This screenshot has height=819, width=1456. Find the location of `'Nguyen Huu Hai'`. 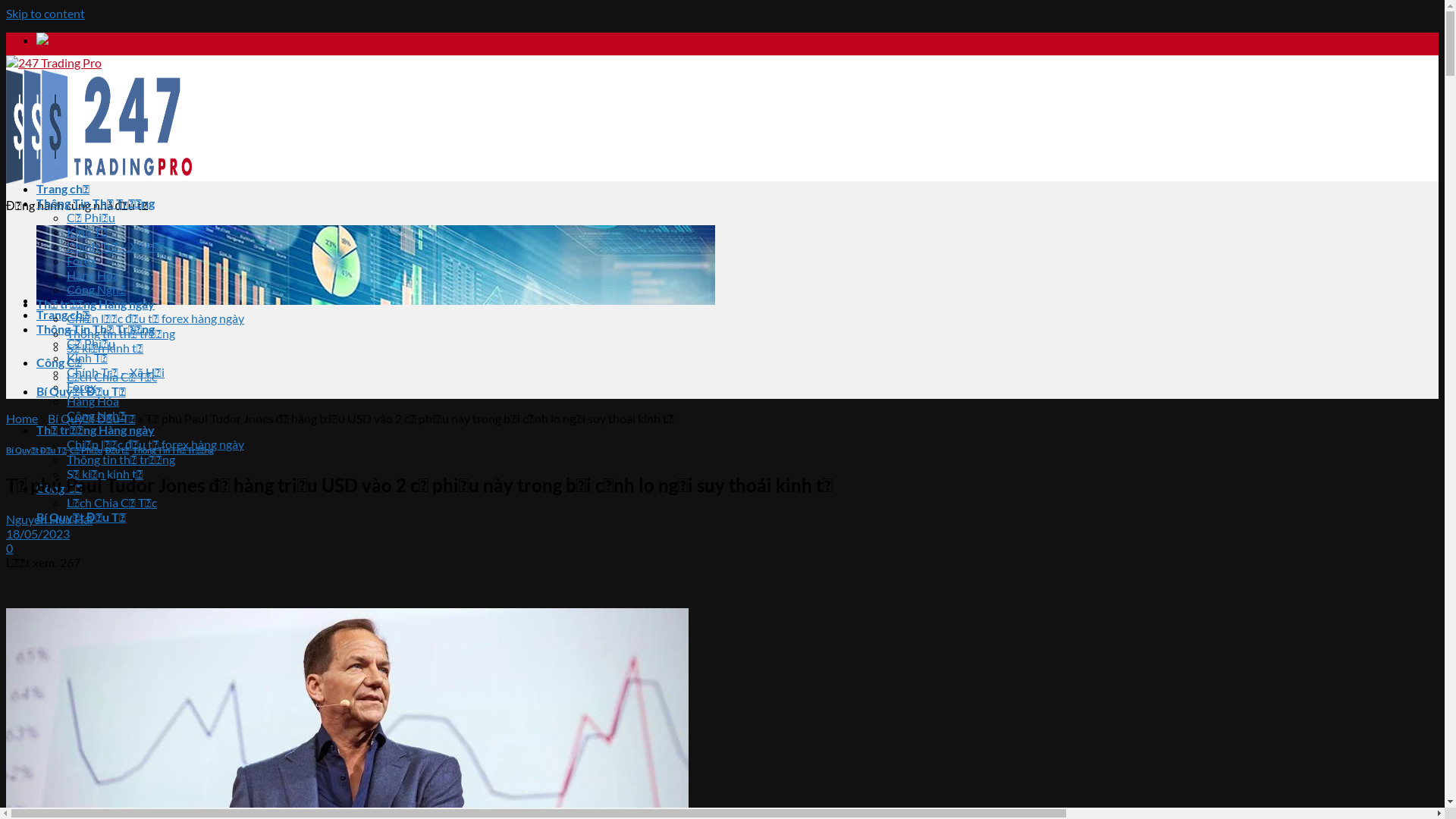

'Nguyen Huu Hai' is located at coordinates (6, 518).